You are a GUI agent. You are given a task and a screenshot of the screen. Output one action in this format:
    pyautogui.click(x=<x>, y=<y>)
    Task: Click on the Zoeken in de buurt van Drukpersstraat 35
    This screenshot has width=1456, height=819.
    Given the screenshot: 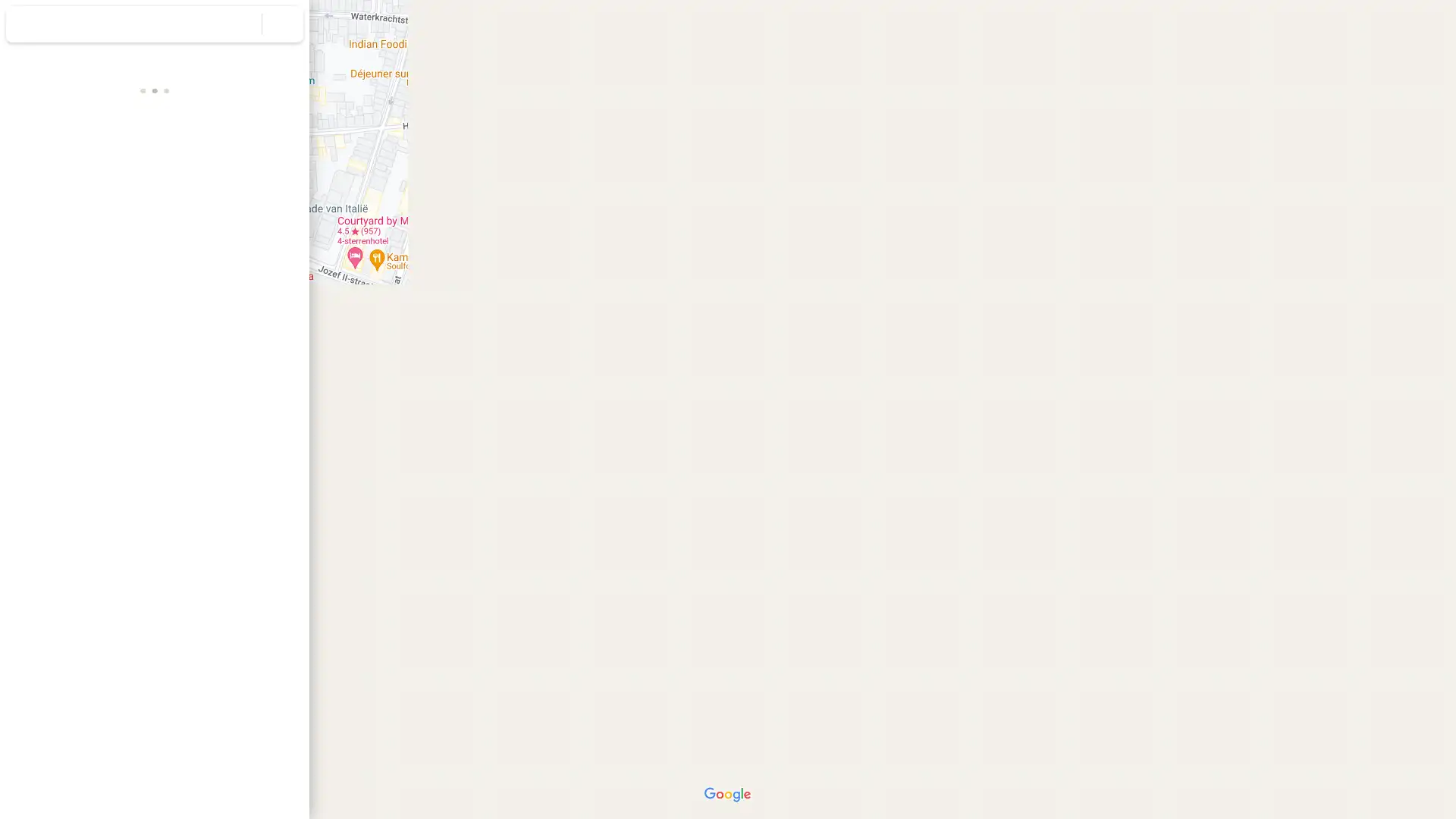 What is the action you would take?
    pyautogui.click(x=154, y=259)
    